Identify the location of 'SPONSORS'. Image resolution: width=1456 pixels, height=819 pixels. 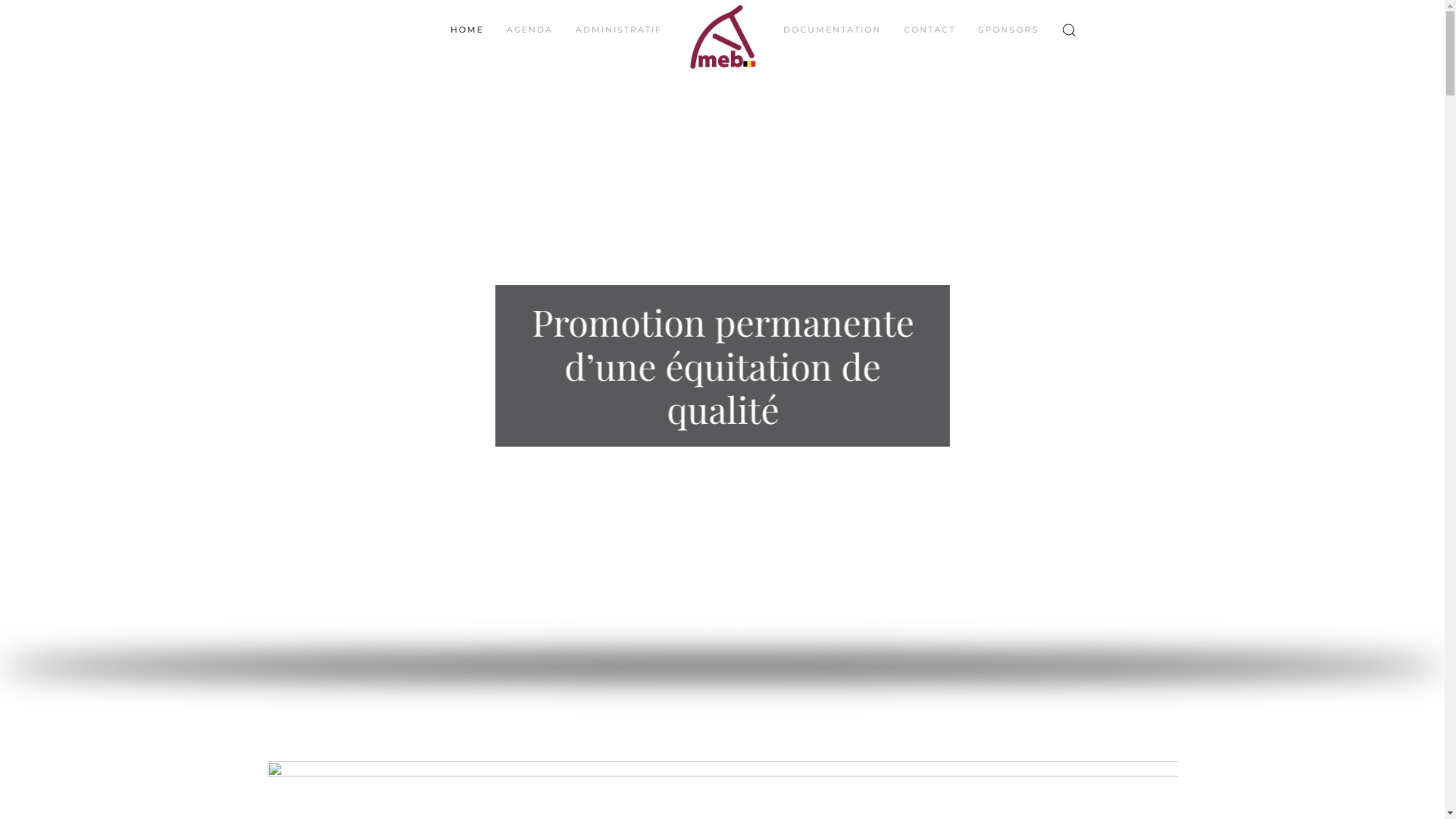
(1008, 30).